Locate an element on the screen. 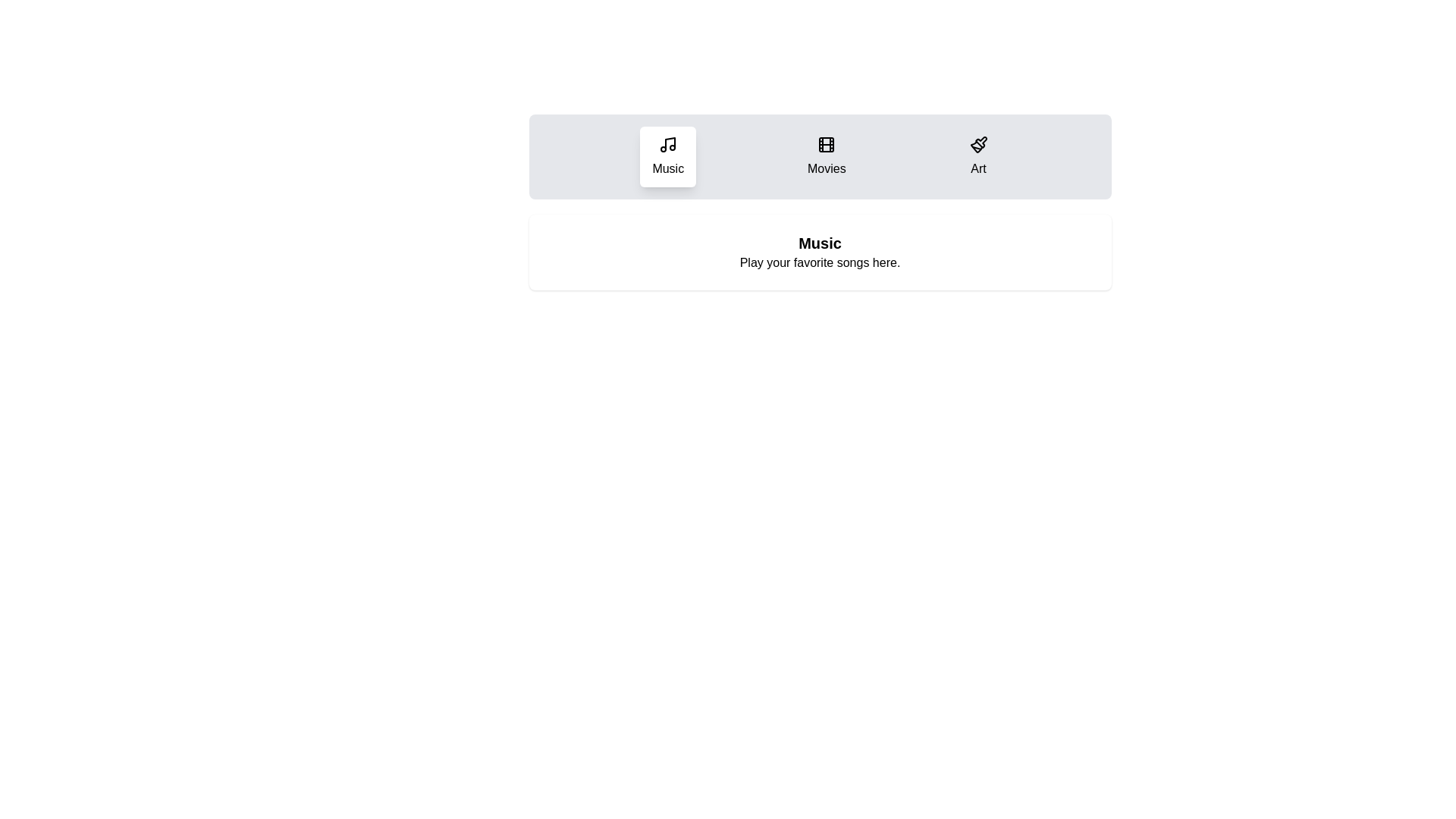  the Art tab to observe its hover effect is located at coordinates (978, 157).